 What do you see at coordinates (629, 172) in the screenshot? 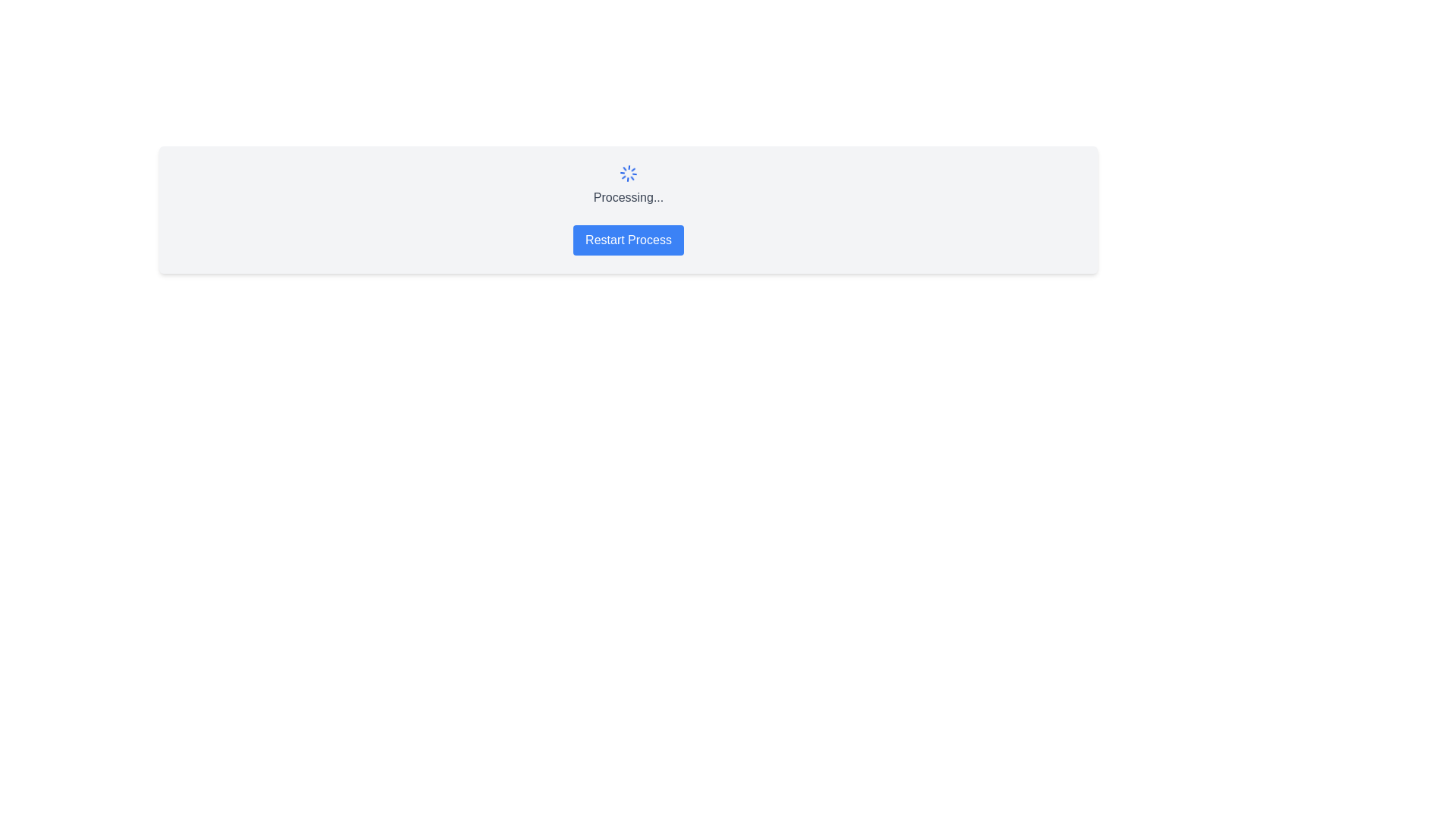
I see `the Animated Loader Icon, which serves as a visual indicator of an ongoing process, to suggest to users that the system is performing a task and they need to wait` at bounding box center [629, 172].